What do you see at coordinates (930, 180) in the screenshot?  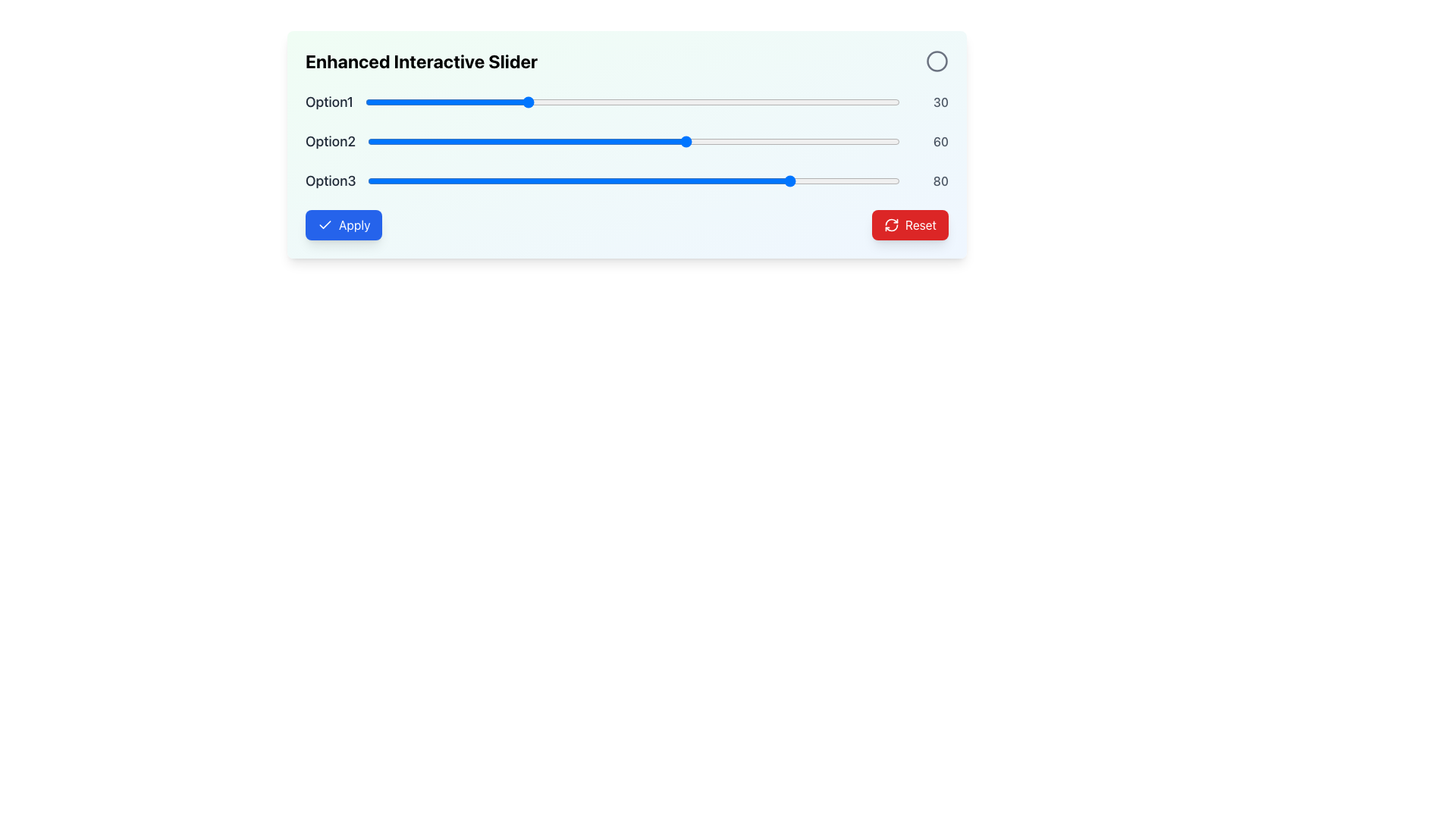 I see `the Text Label that displays the current value of the associated slider 'Option3', located in the bottom right corner of the interface` at bounding box center [930, 180].